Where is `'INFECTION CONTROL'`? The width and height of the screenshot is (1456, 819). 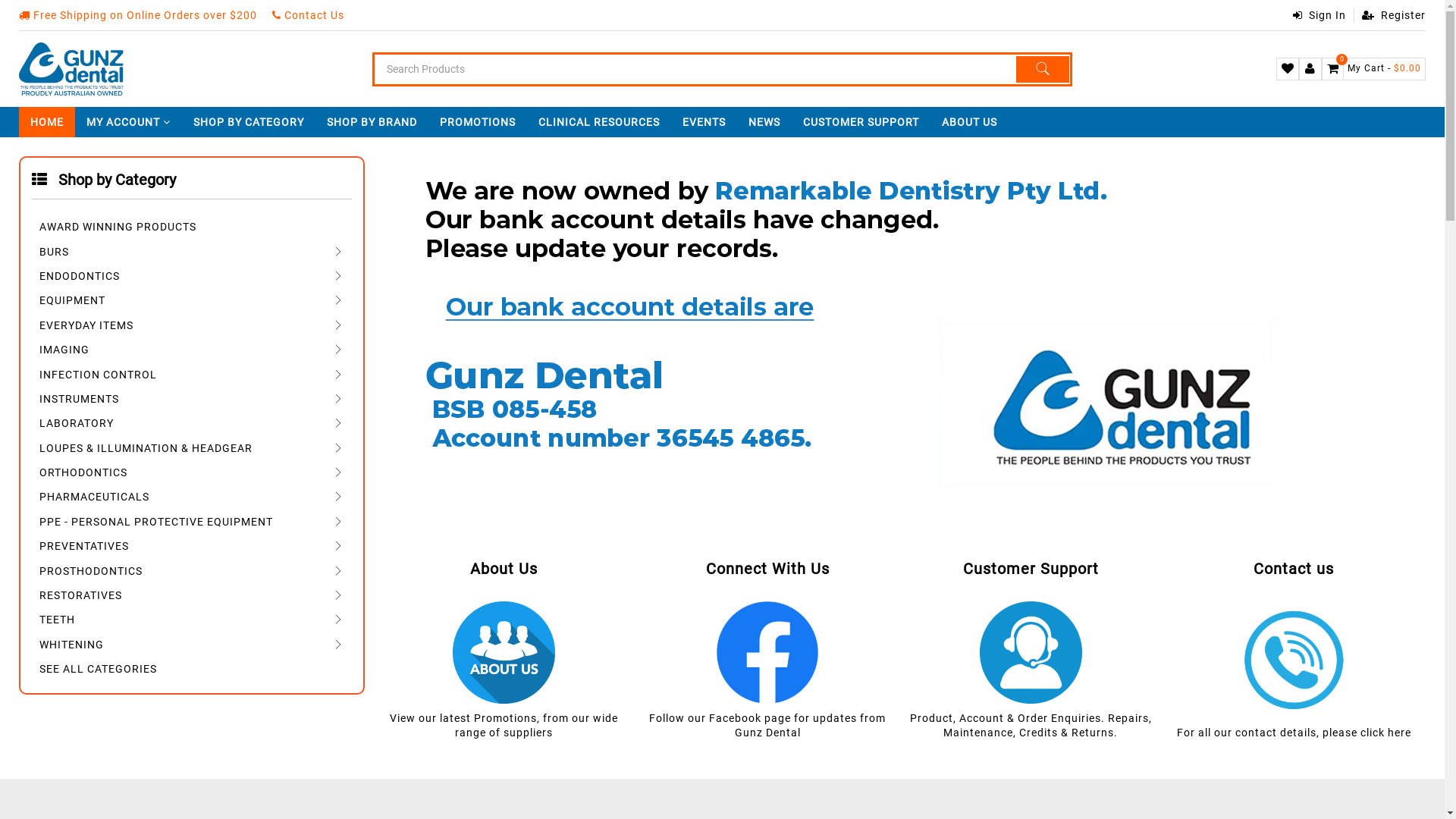 'INFECTION CONTROL' is located at coordinates (191, 374).